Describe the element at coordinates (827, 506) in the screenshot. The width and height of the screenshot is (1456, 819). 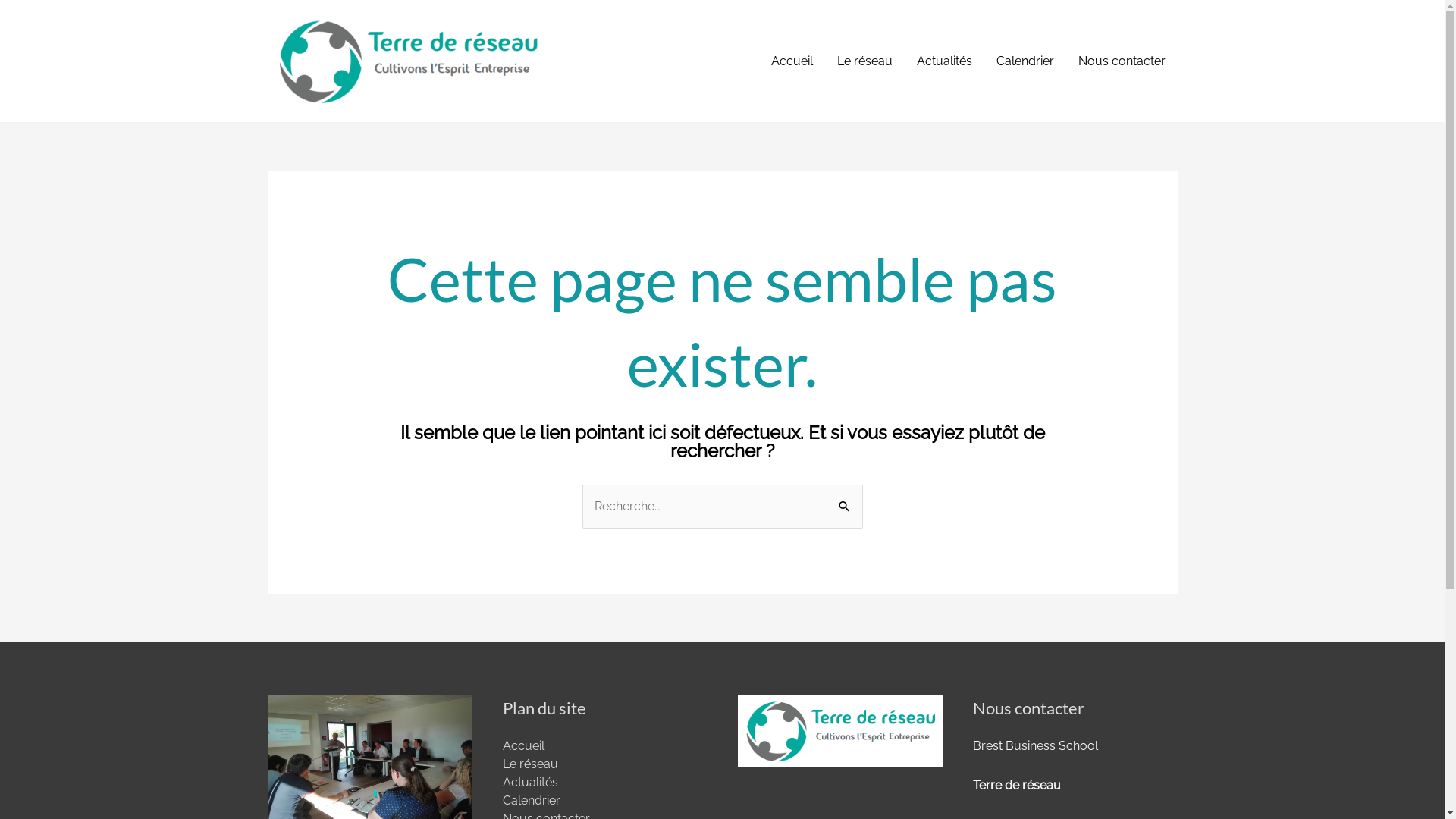
I see `'Rechercher'` at that location.